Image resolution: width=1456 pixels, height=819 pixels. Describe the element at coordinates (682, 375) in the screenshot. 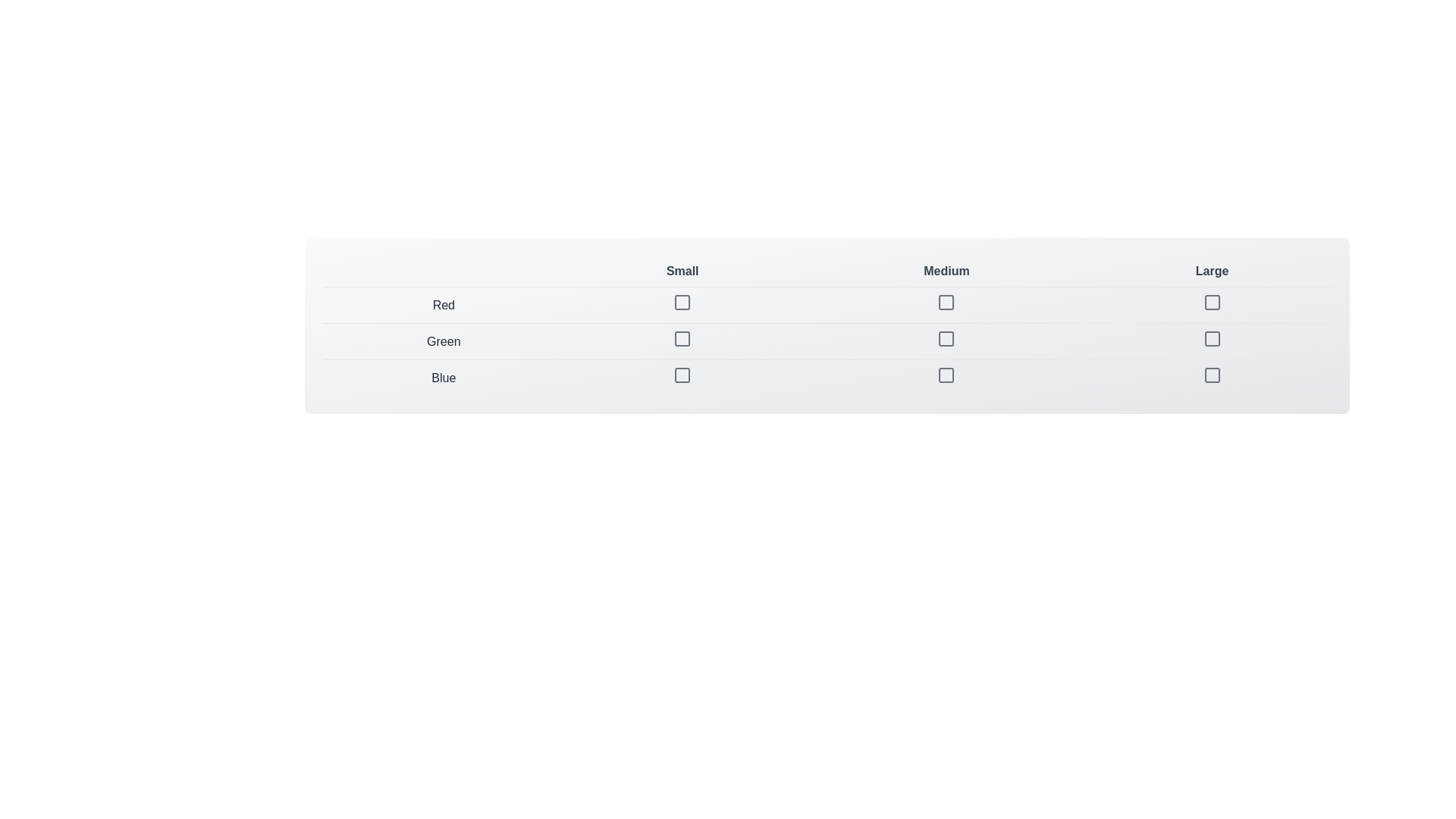

I see `the checkbox for 'Blue' color and 'Small' size located in the third row and second column of the grid layout` at that location.